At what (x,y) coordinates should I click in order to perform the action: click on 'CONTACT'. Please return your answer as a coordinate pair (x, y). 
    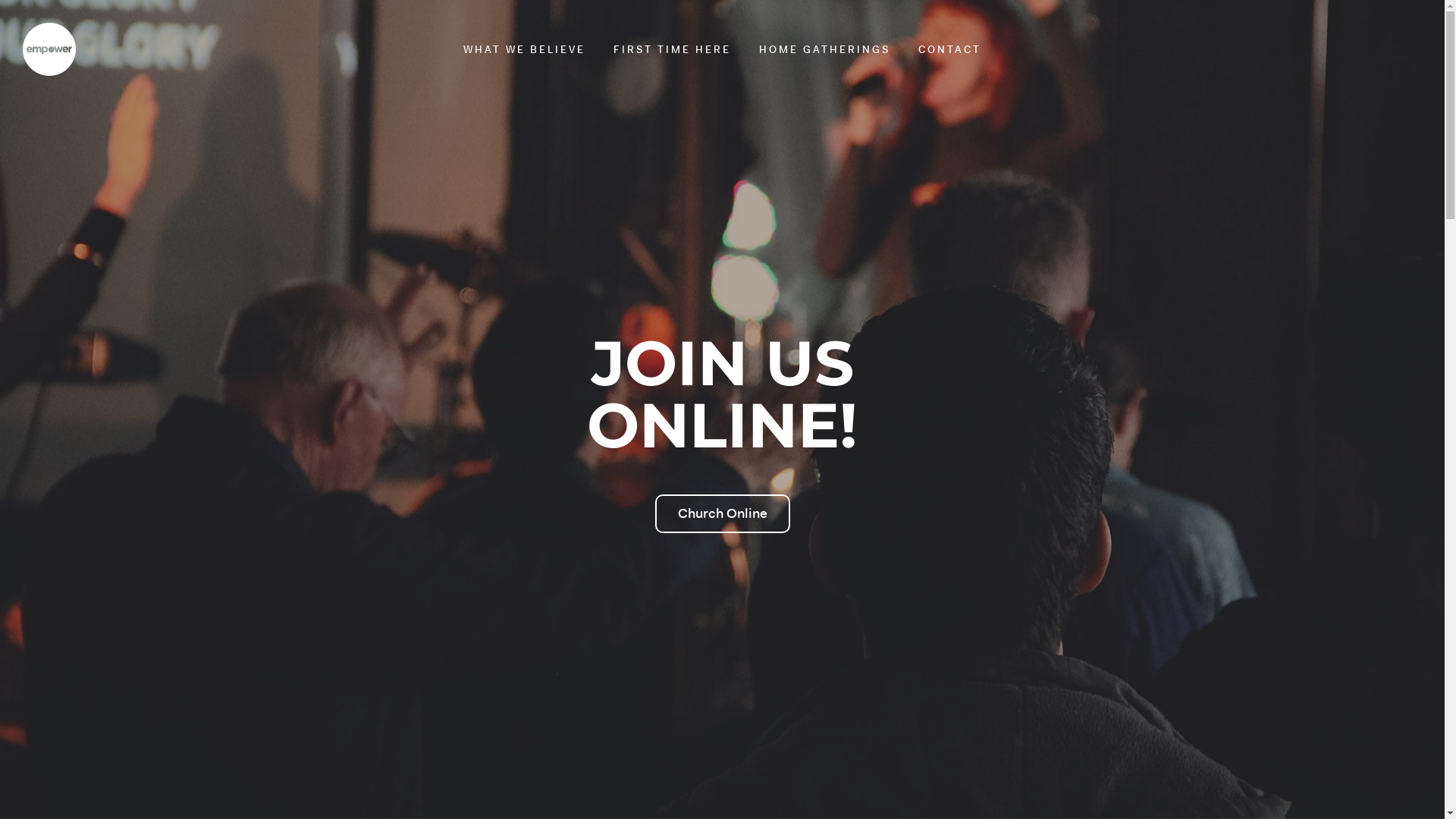
    Looking at the image, I should click on (906, 49).